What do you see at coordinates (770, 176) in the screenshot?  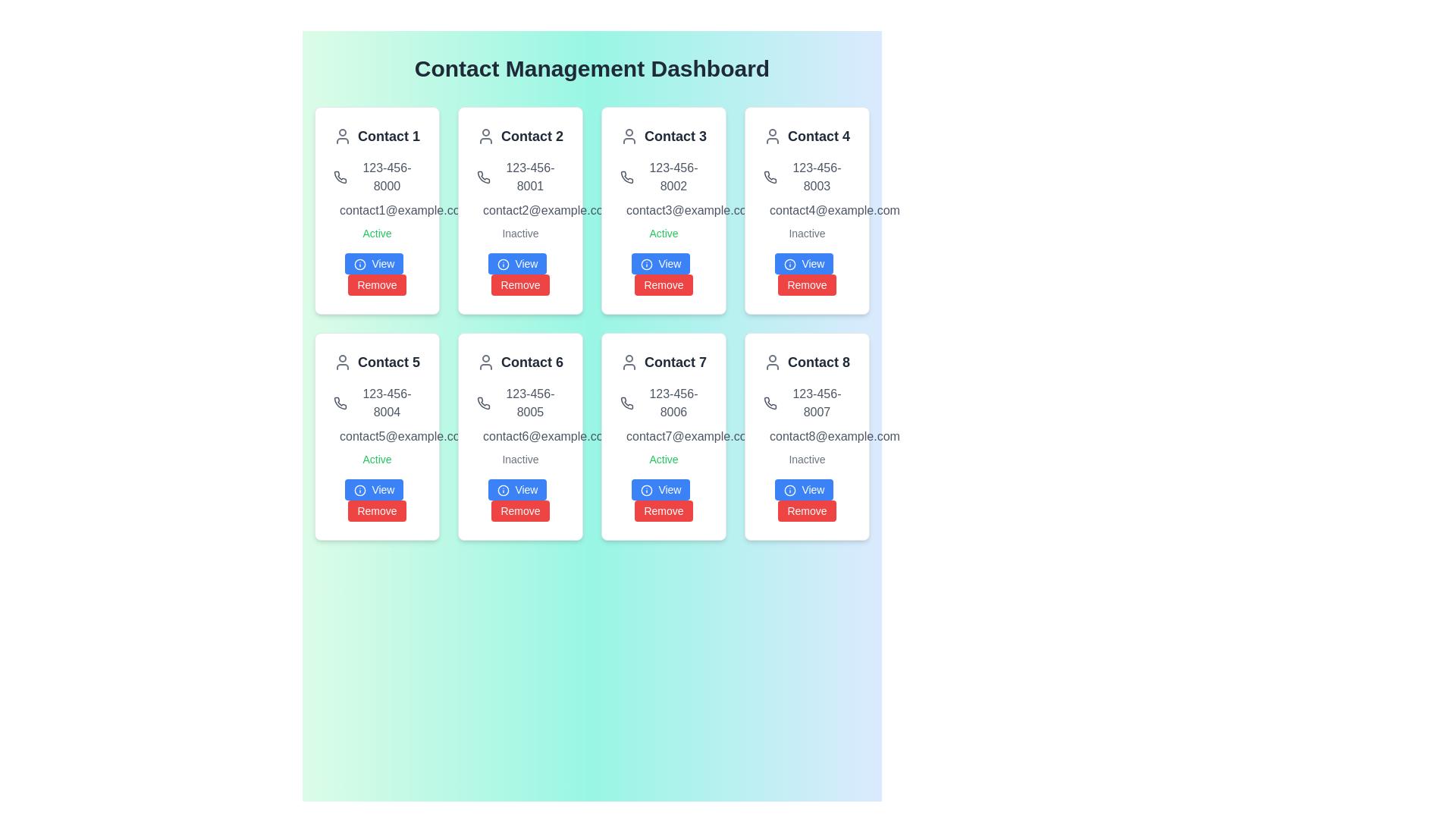 I see `the telephone icon located in the 'Contact 4' card, which is in the fourth column of the first row in the grid layout` at bounding box center [770, 176].